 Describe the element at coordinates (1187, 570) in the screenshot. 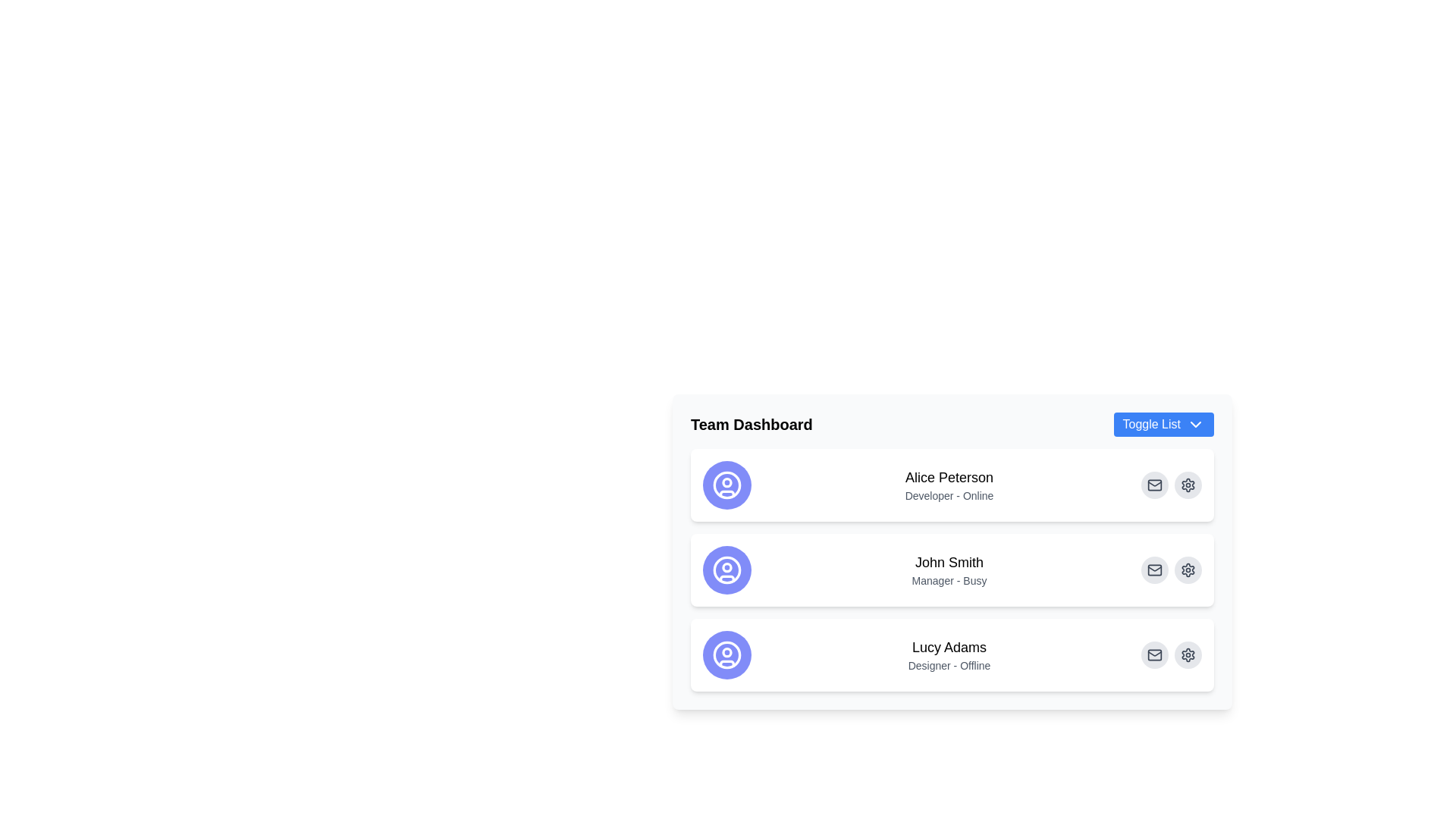

I see `the gear icon representing settings located in the third row, far right, adjacent to the email icon` at that location.